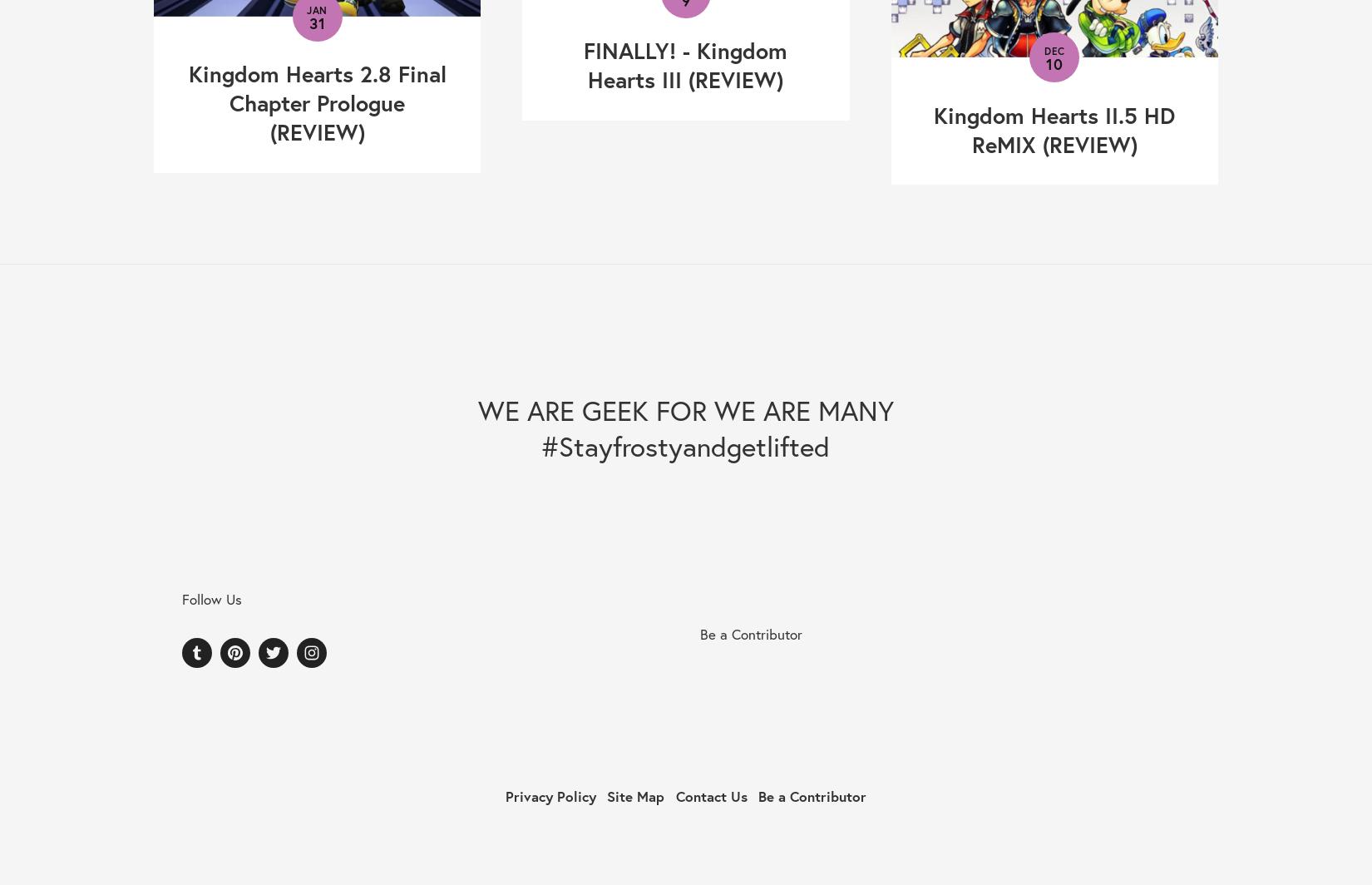 The image size is (1372, 885). Describe the element at coordinates (1053, 51) in the screenshot. I see `'Dec'` at that location.